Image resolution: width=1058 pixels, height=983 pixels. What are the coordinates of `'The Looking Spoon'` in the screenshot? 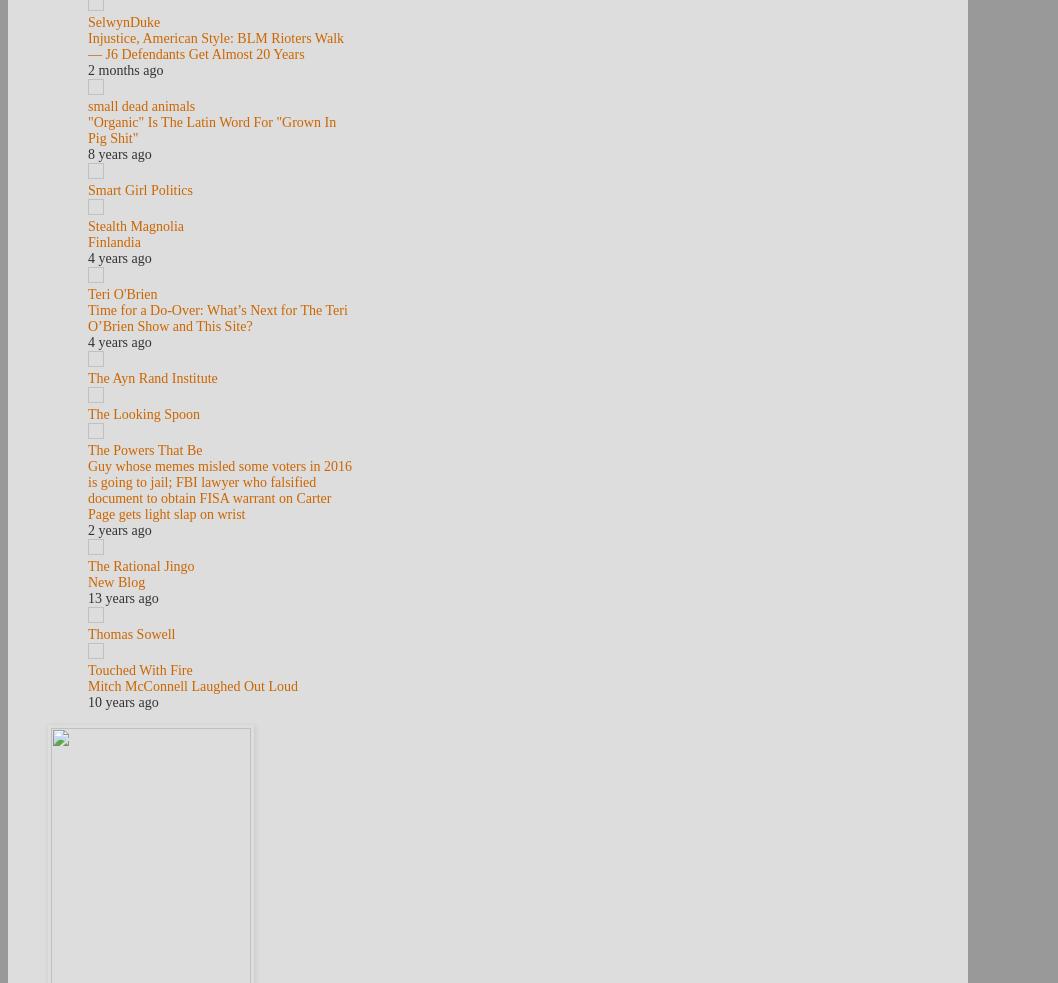 It's located at (88, 413).